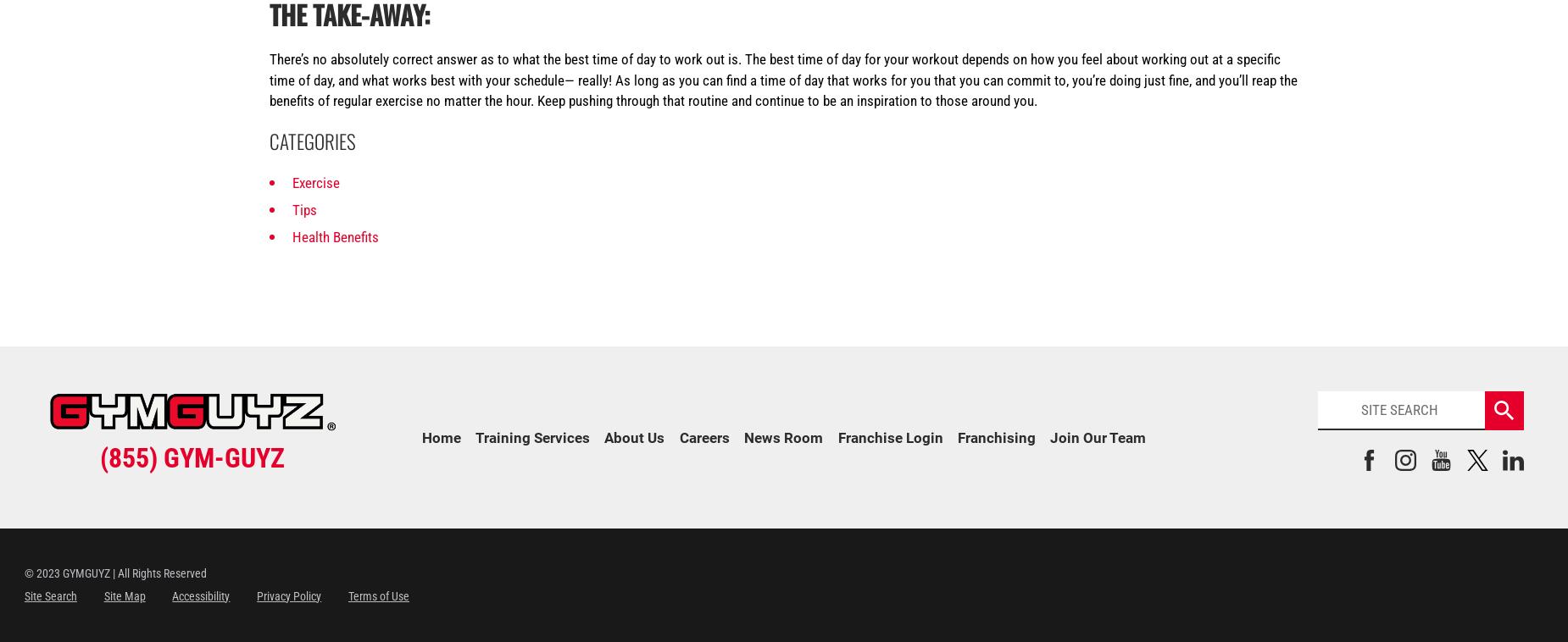 The width and height of the screenshot is (1568, 642). Describe the element at coordinates (114, 573) in the screenshot. I see `'© 2023 GYMGUYZ | All Rights Reserved'` at that location.